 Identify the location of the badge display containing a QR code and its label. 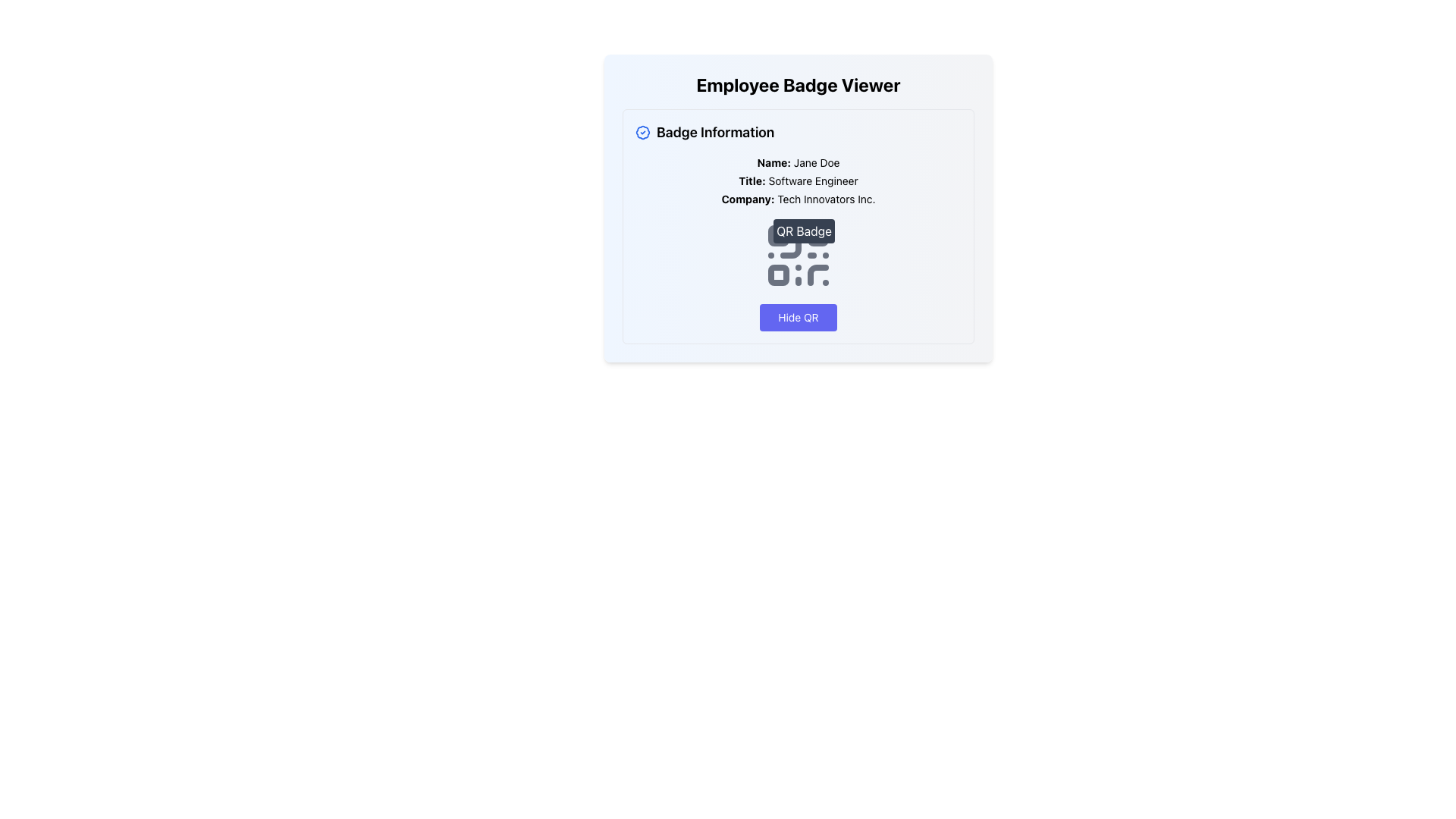
(797, 254).